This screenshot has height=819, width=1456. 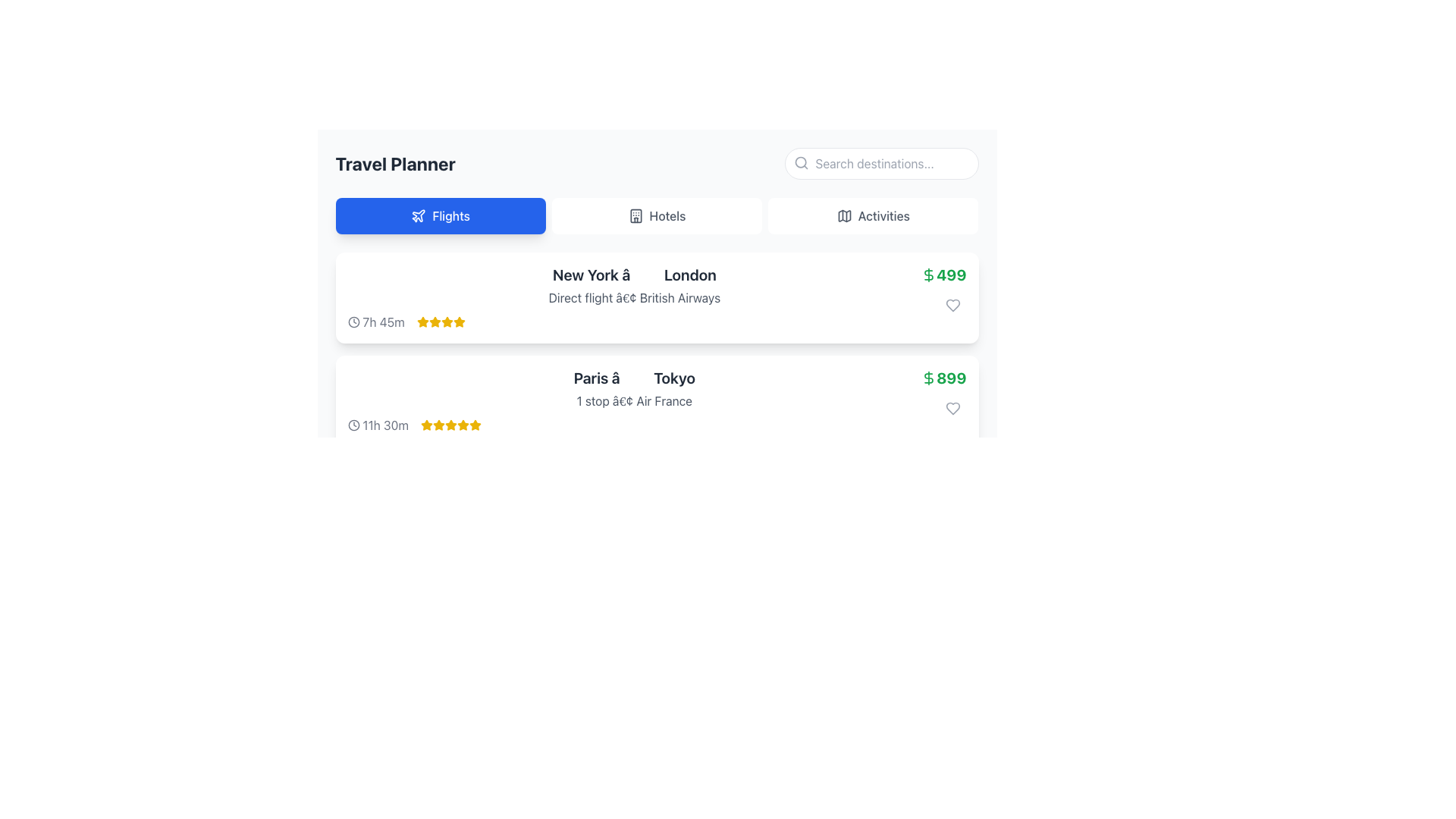 What do you see at coordinates (943, 377) in the screenshot?
I see `the price text label '$899' styled in bold green font next to the dollar sign icon in the second flight result card` at bounding box center [943, 377].